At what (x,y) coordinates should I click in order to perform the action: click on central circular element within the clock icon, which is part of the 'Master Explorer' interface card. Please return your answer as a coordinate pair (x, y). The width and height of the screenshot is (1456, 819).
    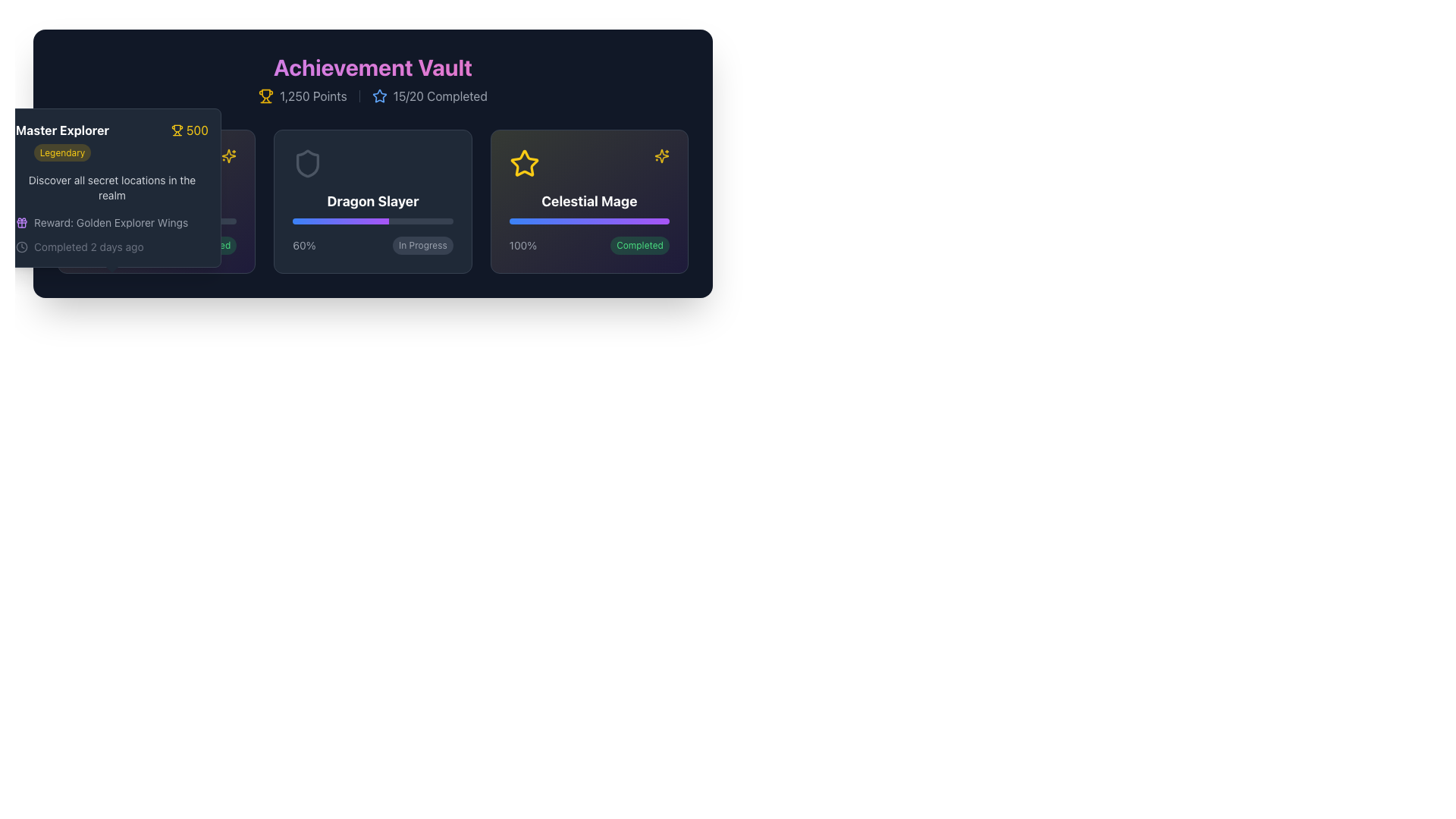
    Looking at the image, I should click on (21, 246).